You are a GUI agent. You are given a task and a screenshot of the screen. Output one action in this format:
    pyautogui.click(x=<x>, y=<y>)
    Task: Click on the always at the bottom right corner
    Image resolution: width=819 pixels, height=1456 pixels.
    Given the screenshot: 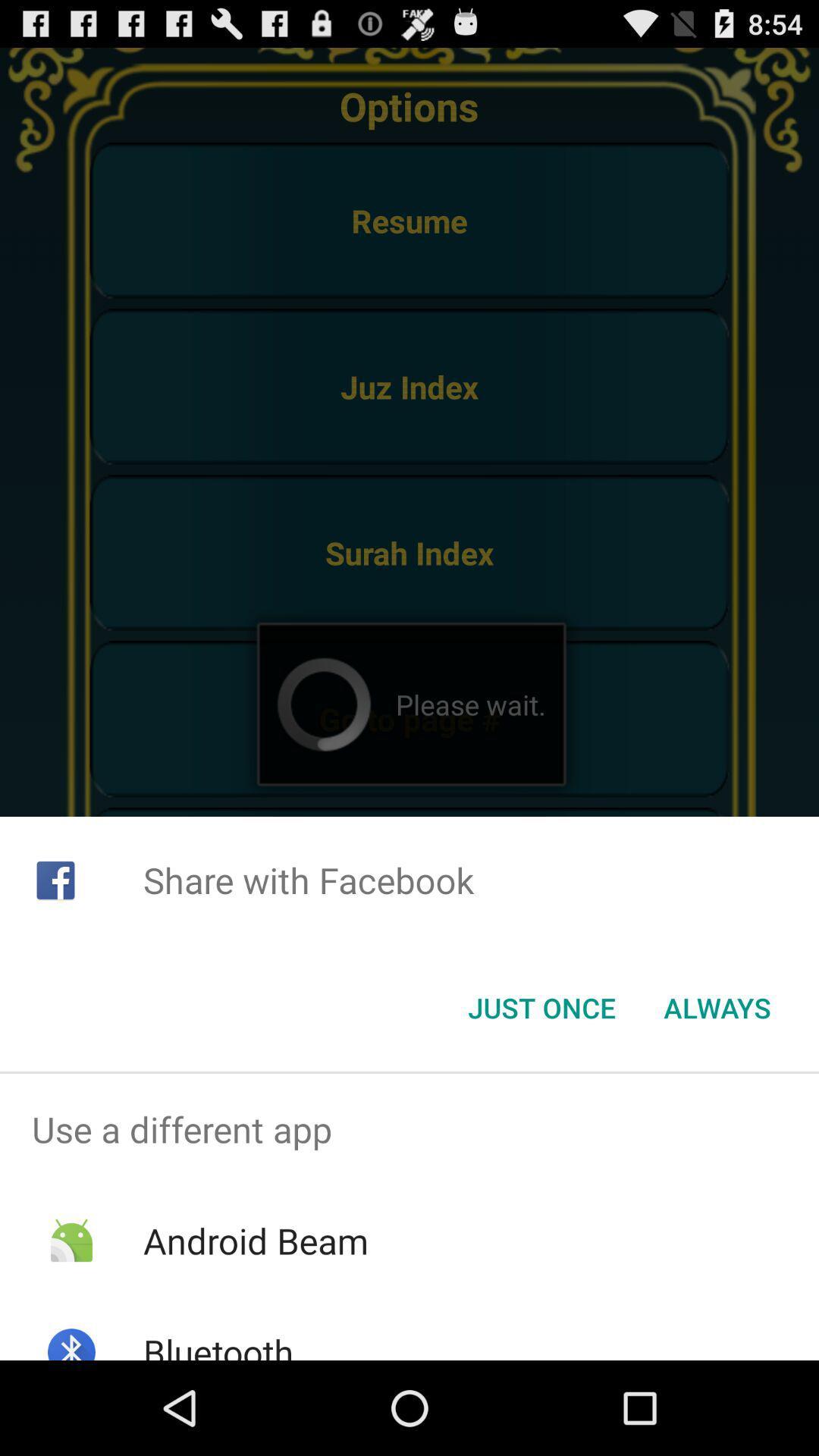 What is the action you would take?
    pyautogui.click(x=717, y=1008)
    